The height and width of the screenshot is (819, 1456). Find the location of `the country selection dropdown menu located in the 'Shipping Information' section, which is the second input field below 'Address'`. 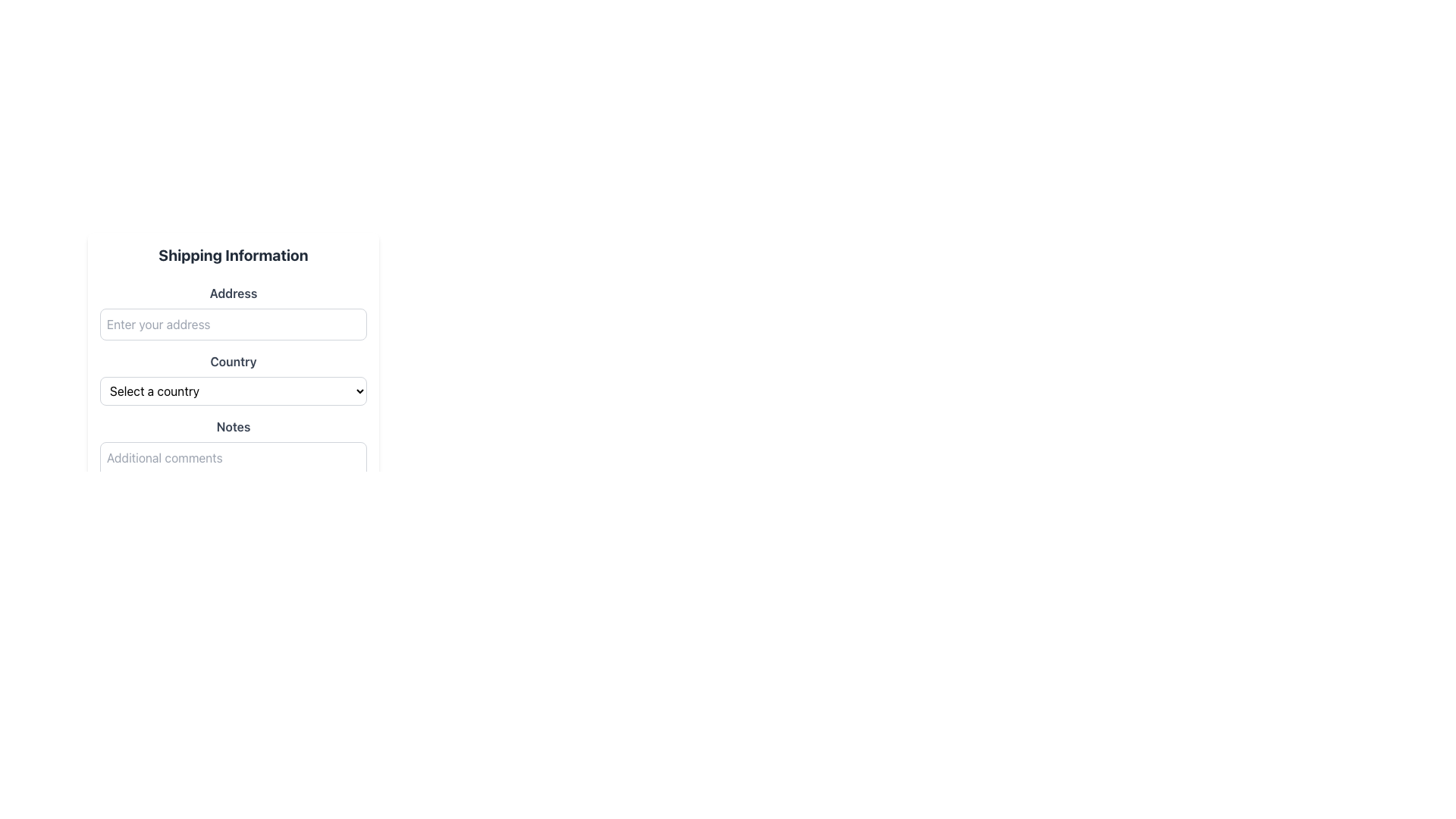

the country selection dropdown menu located in the 'Shipping Information' section, which is the second input field below 'Address' is located at coordinates (232, 388).